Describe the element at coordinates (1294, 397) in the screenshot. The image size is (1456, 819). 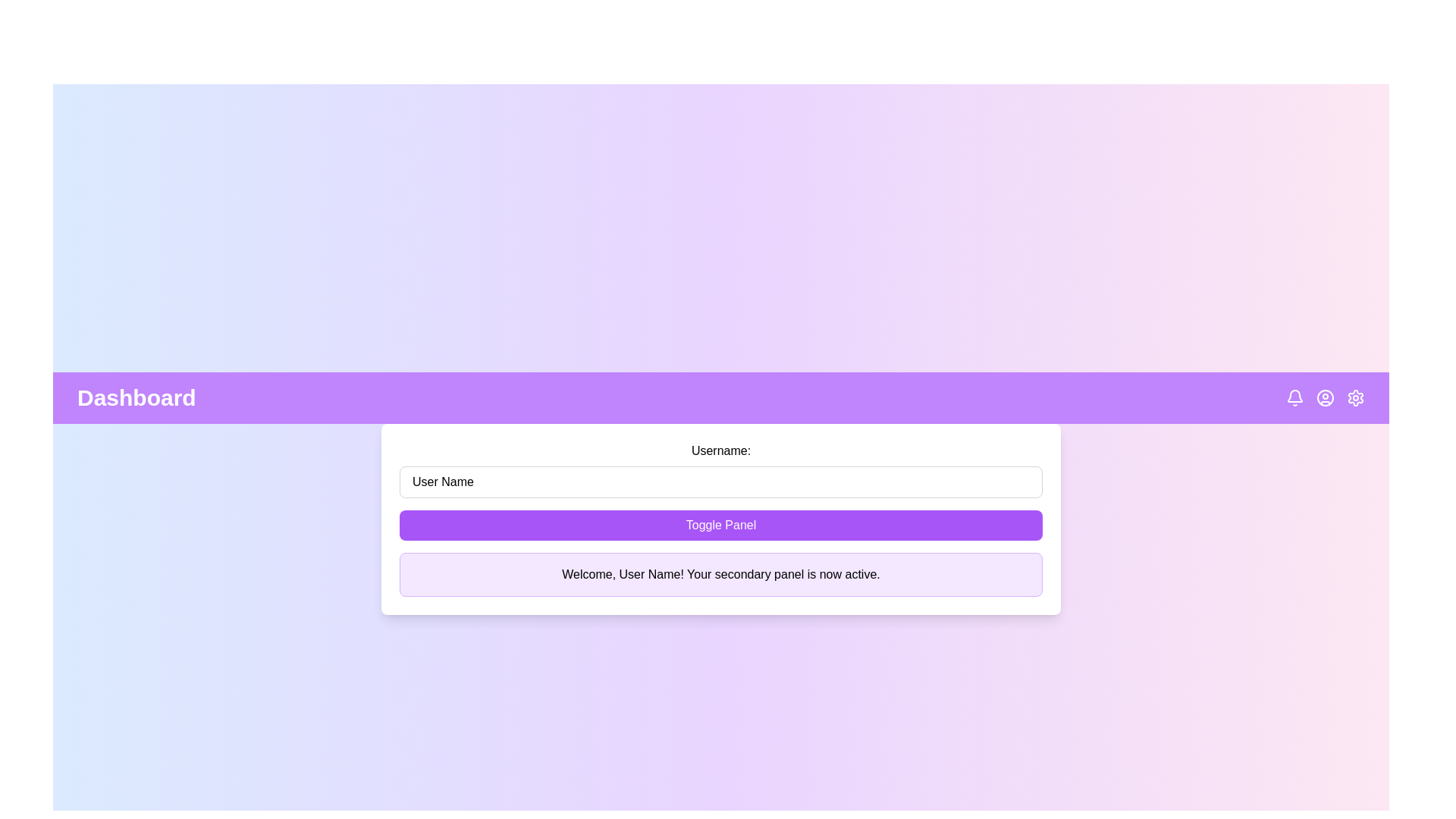
I see `the bell-shaped icon button in the navigation bar` at that location.